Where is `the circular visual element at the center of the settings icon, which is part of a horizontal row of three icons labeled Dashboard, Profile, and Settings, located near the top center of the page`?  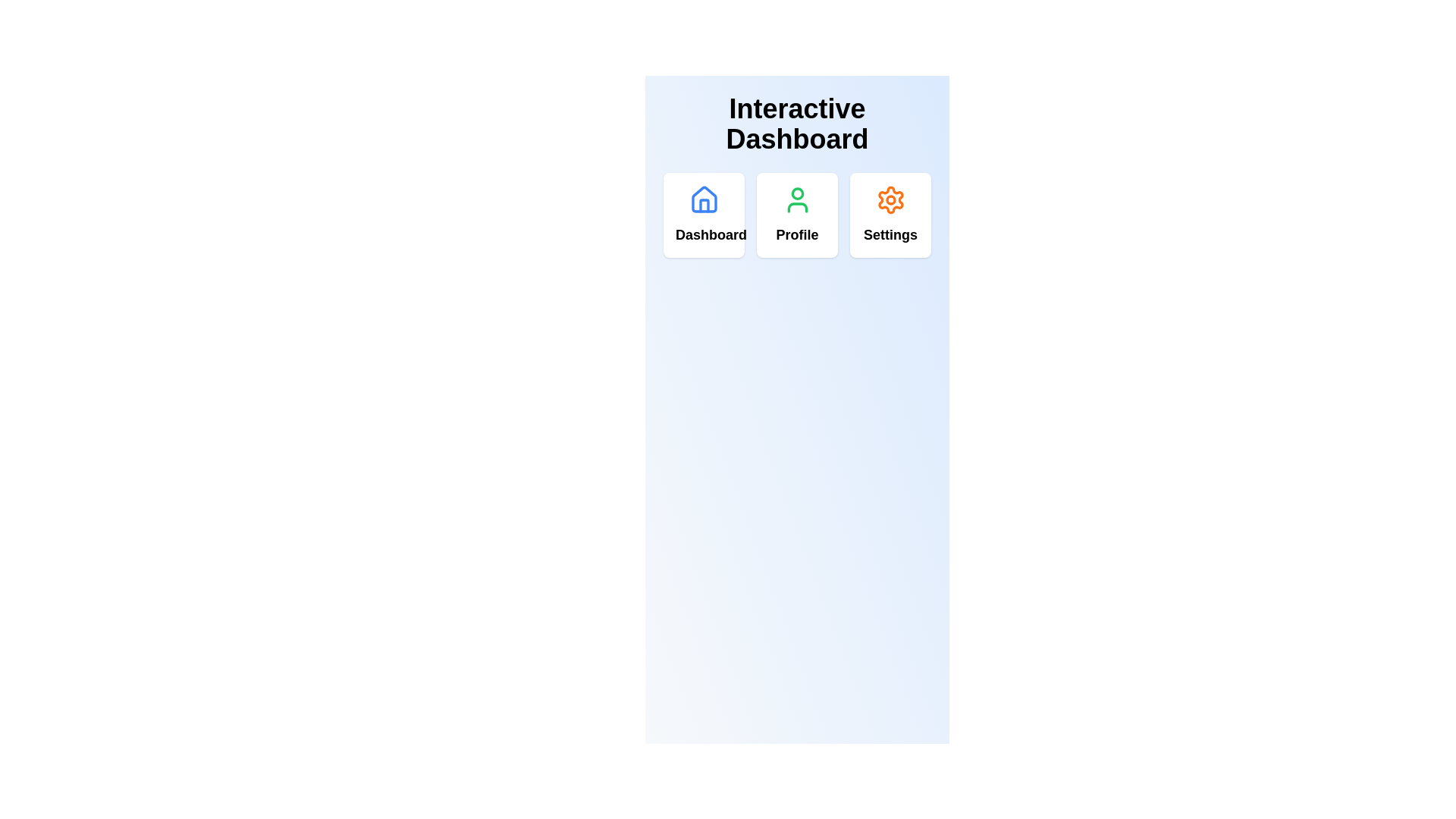 the circular visual element at the center of the settings icon, which is part of a horizontal row of three icons labeled Dashboard, Profile, and Settings, located near the top center of the page is located at coordinates (890, 199).